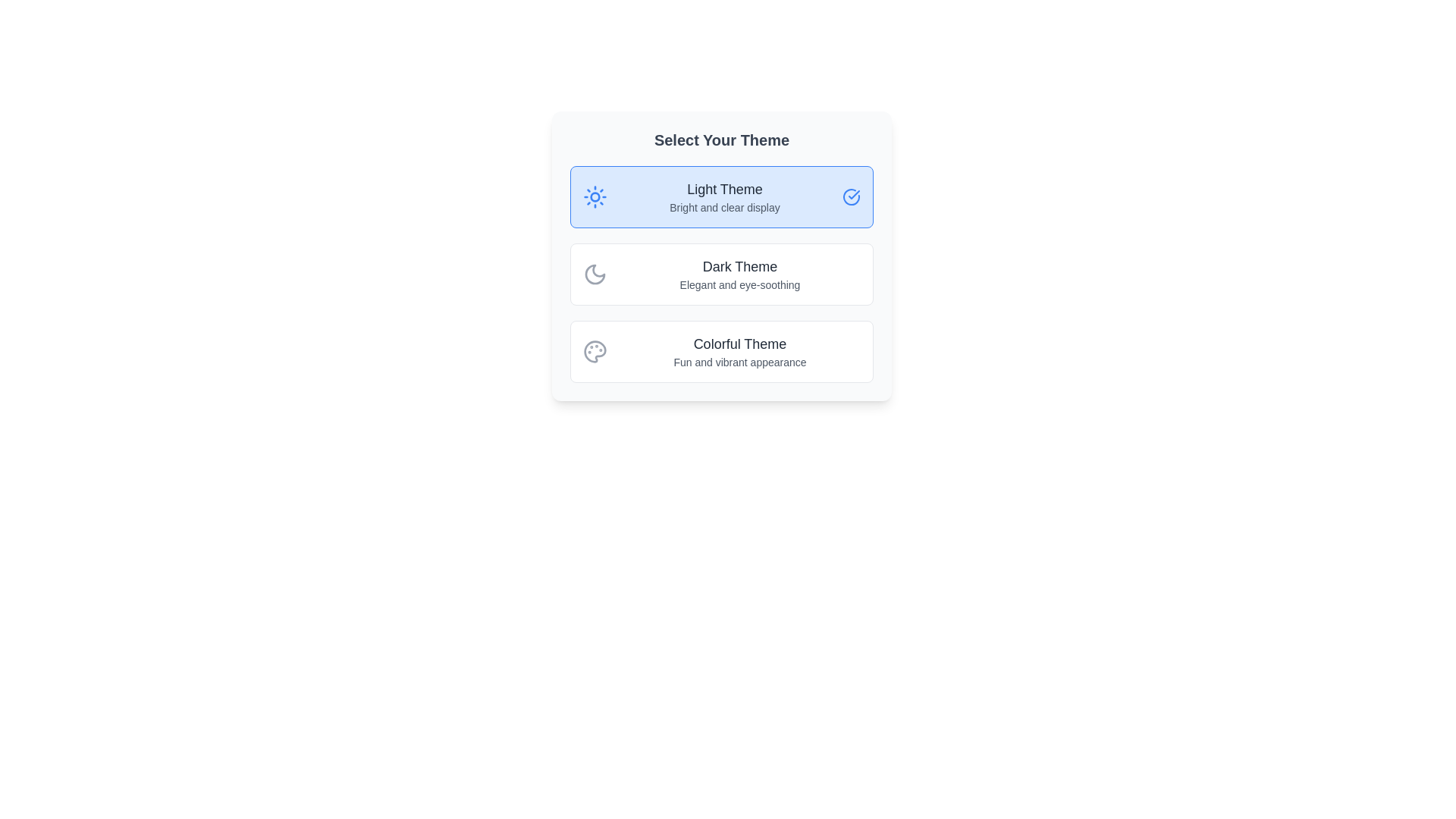 The height and width of the screenshot is (819, 1456). Describe the element at coordinates (723, 189) in the screenshot. I see `the 'Light Theme' text label, which serves as a title indicating the theme option within the theme selection box` at that location.